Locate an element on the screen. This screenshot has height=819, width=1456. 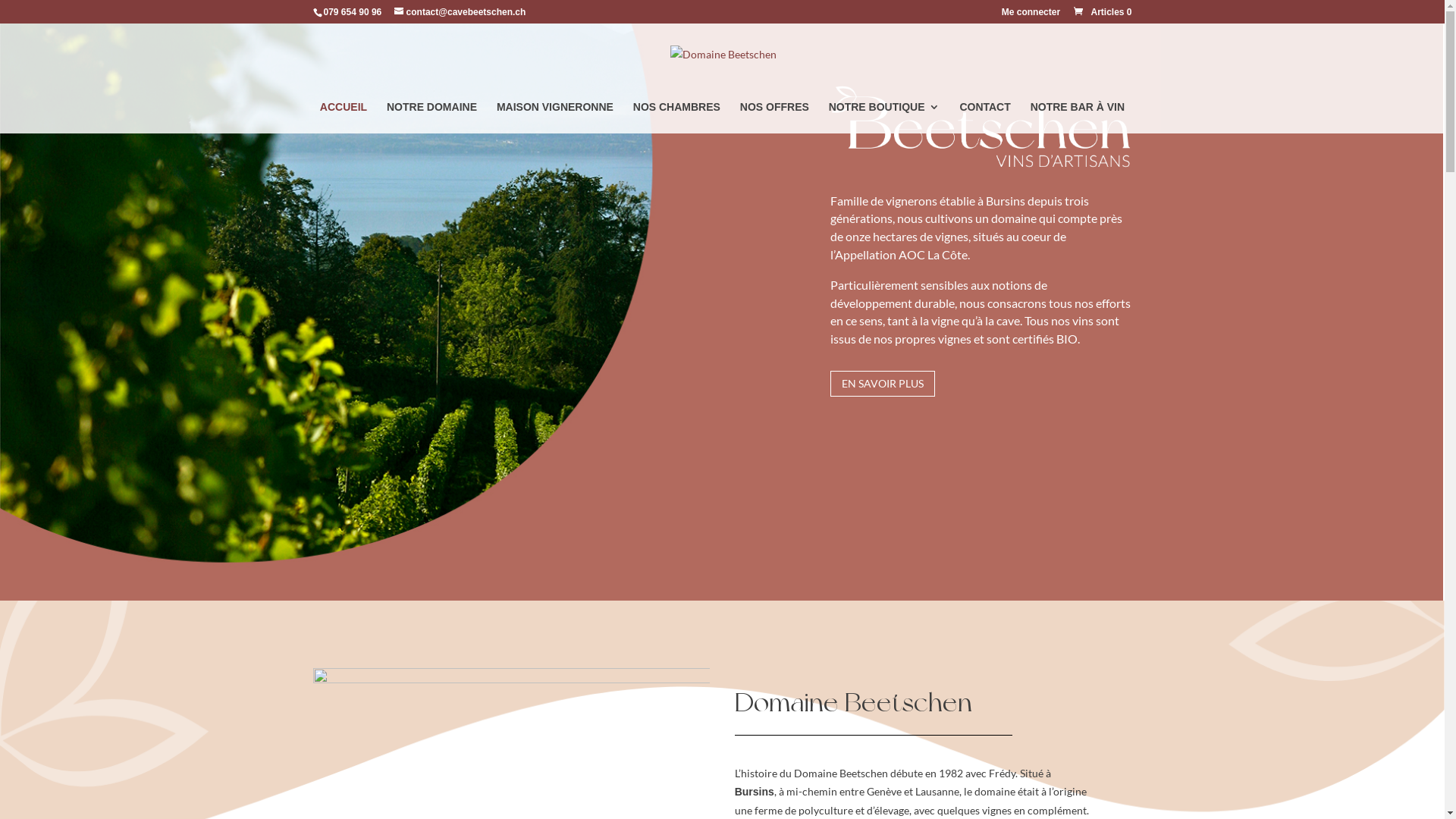
'Articles 0' is located at coordinates (1070, 11).